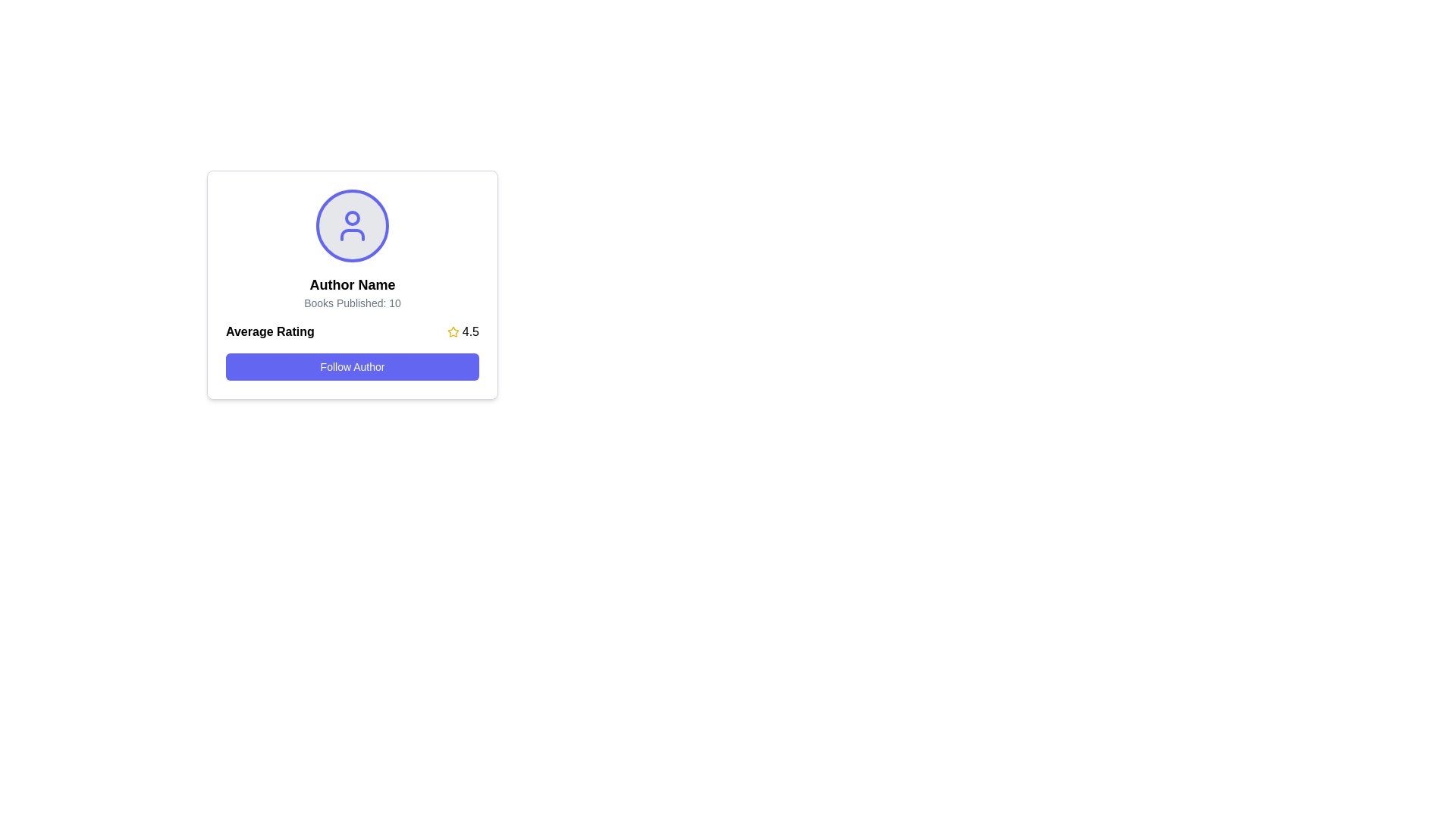 This screenshot has height=819, width=1456. What do you see at coordinates (270, 331) in the screenshot?
I see `'Average Rating' label located at the bottom left of the card layout, which is displayed in bold font and precedes the star icon and rating value` at bounding box center [270, 331].